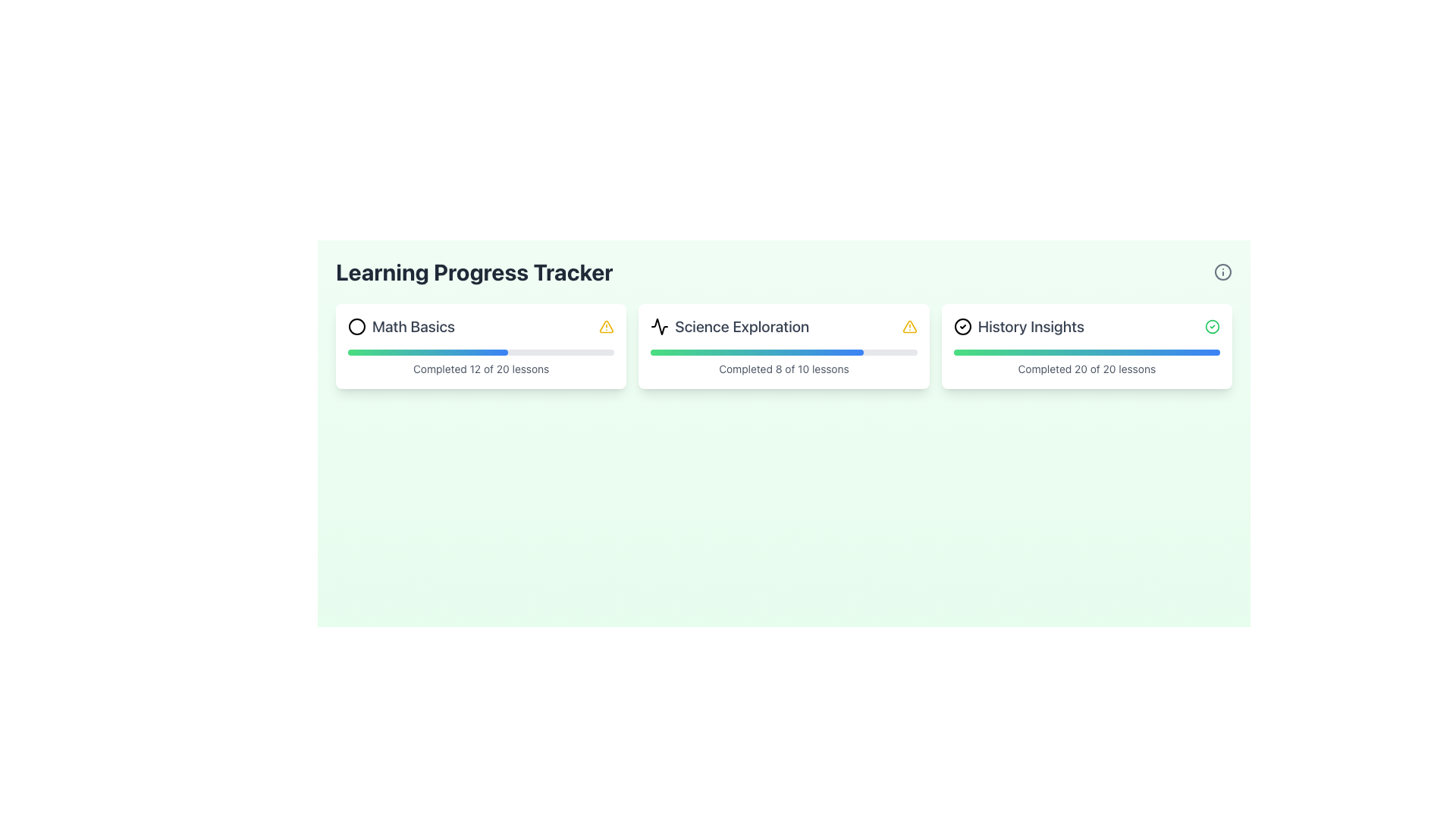 The image size is (1456, 819). I want to click on the small yellow triangle icon with a black outline and a white exclamation mark inside, located at the top-right corner of the 'Science Exploration' card, near the card's title, so click(909, 326).